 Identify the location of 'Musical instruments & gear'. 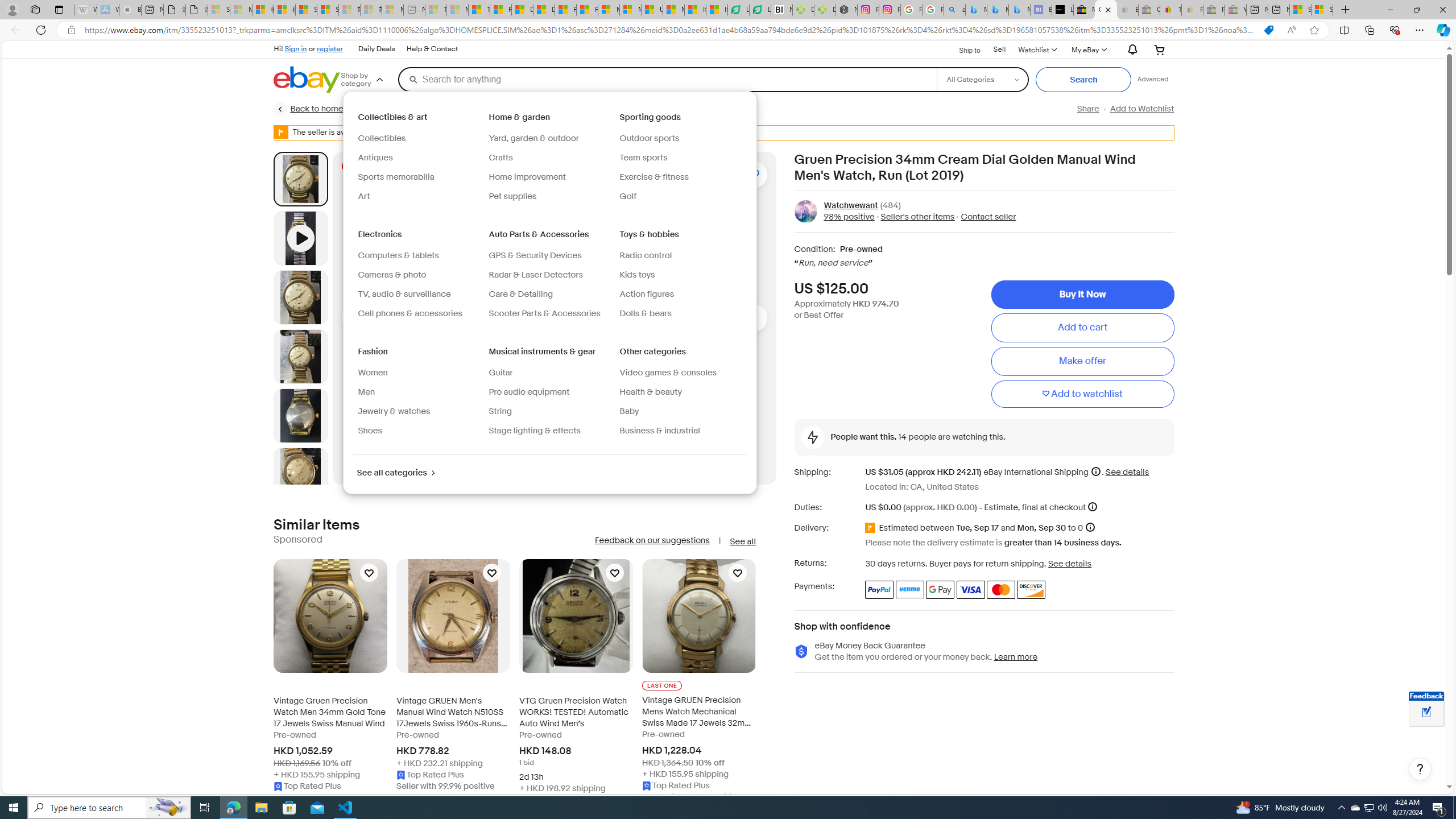
(542, 351).